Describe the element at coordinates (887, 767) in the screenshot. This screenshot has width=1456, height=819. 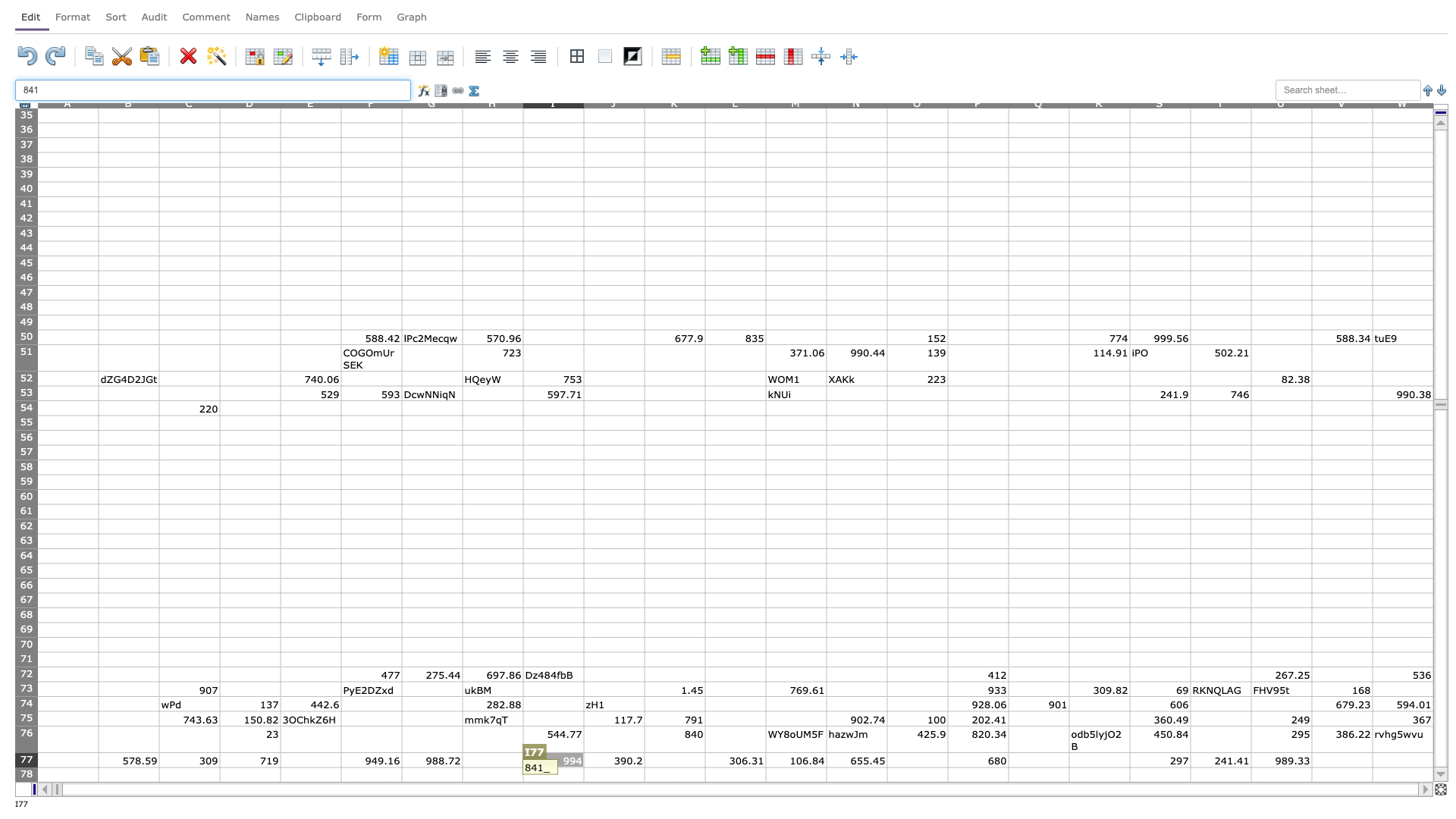
I see `Upper left of O78` at that location.